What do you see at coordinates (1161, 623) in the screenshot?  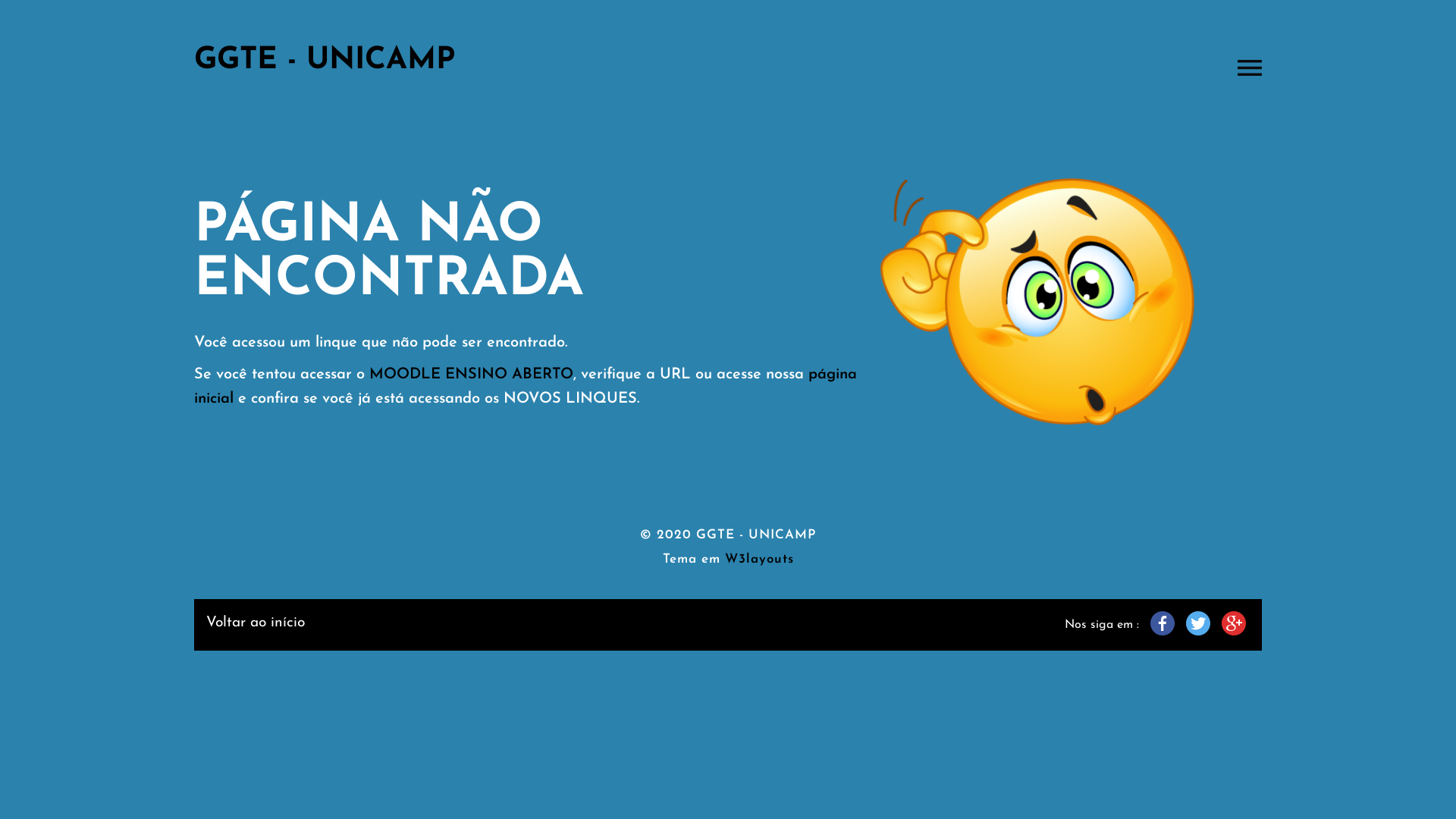 I see `'facebook'` at bounding box center [1161, 623].